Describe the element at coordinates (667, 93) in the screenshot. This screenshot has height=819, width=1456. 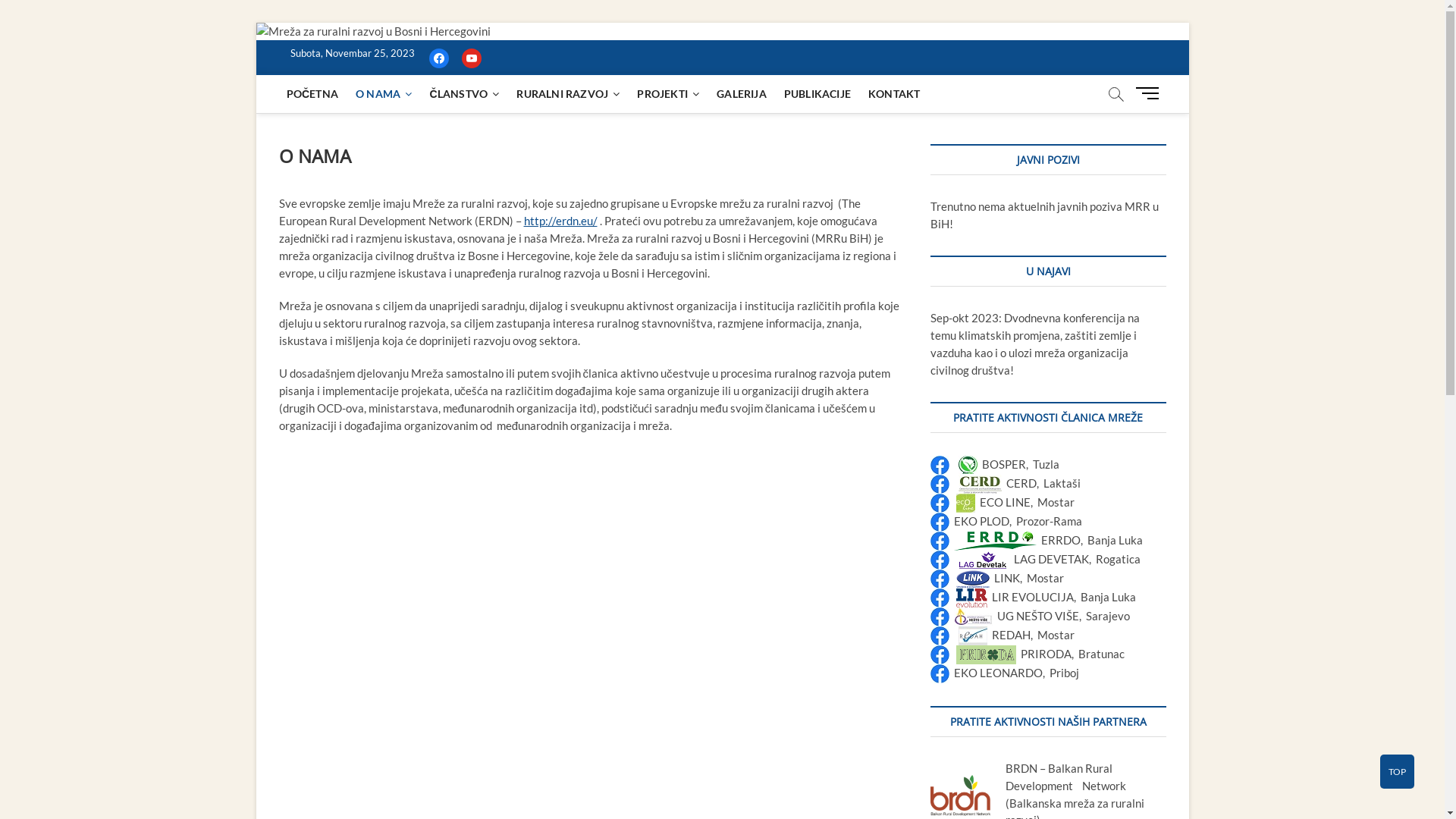
I see `'PROJEKTI'` at that location.